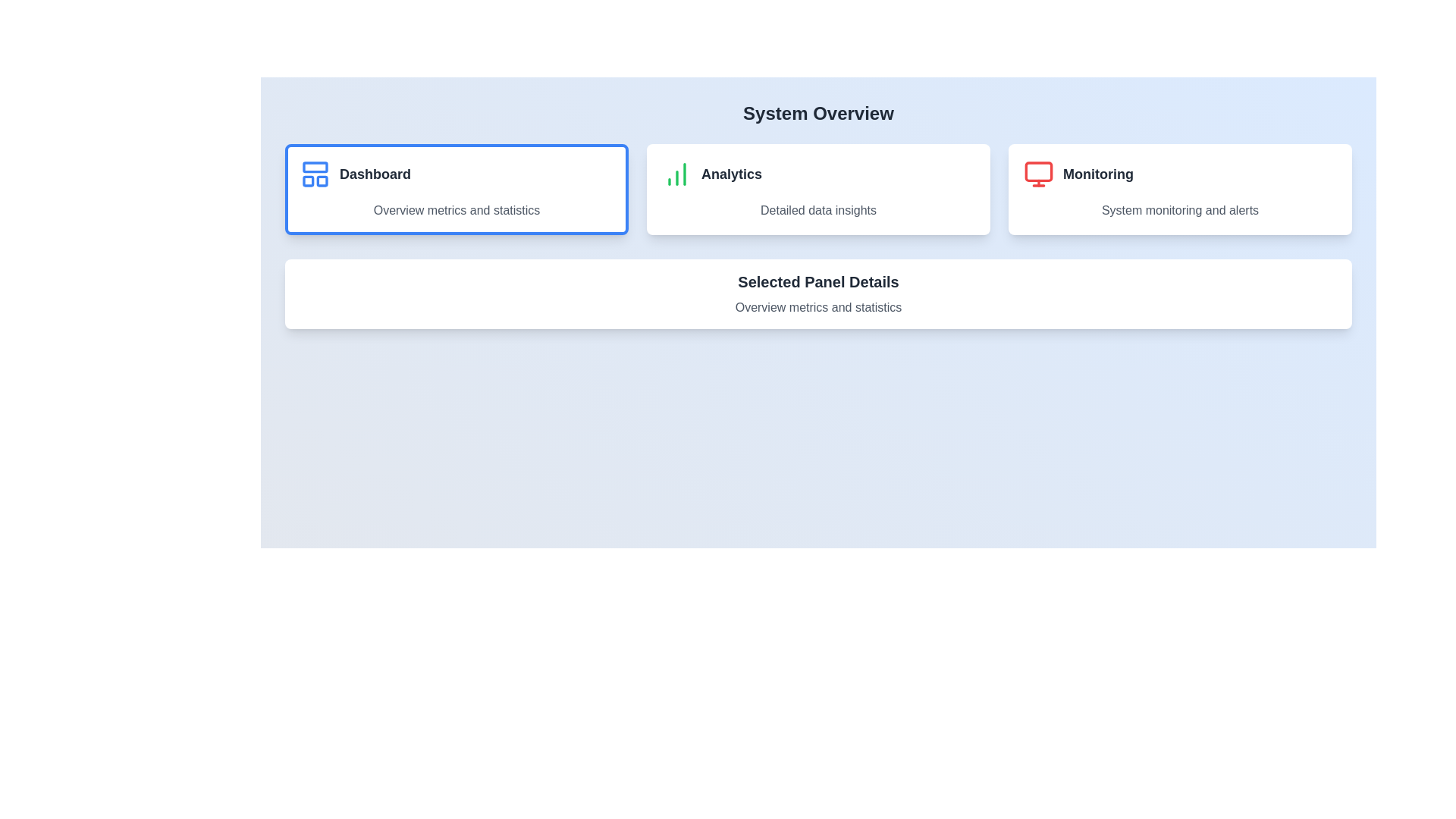  What do you see at coordinates (676, 174) in the screenshot?
I see `the vertically aligned green bar chart icon located within the 'Analytics' section of the UI` at bounding box center [676, 174].